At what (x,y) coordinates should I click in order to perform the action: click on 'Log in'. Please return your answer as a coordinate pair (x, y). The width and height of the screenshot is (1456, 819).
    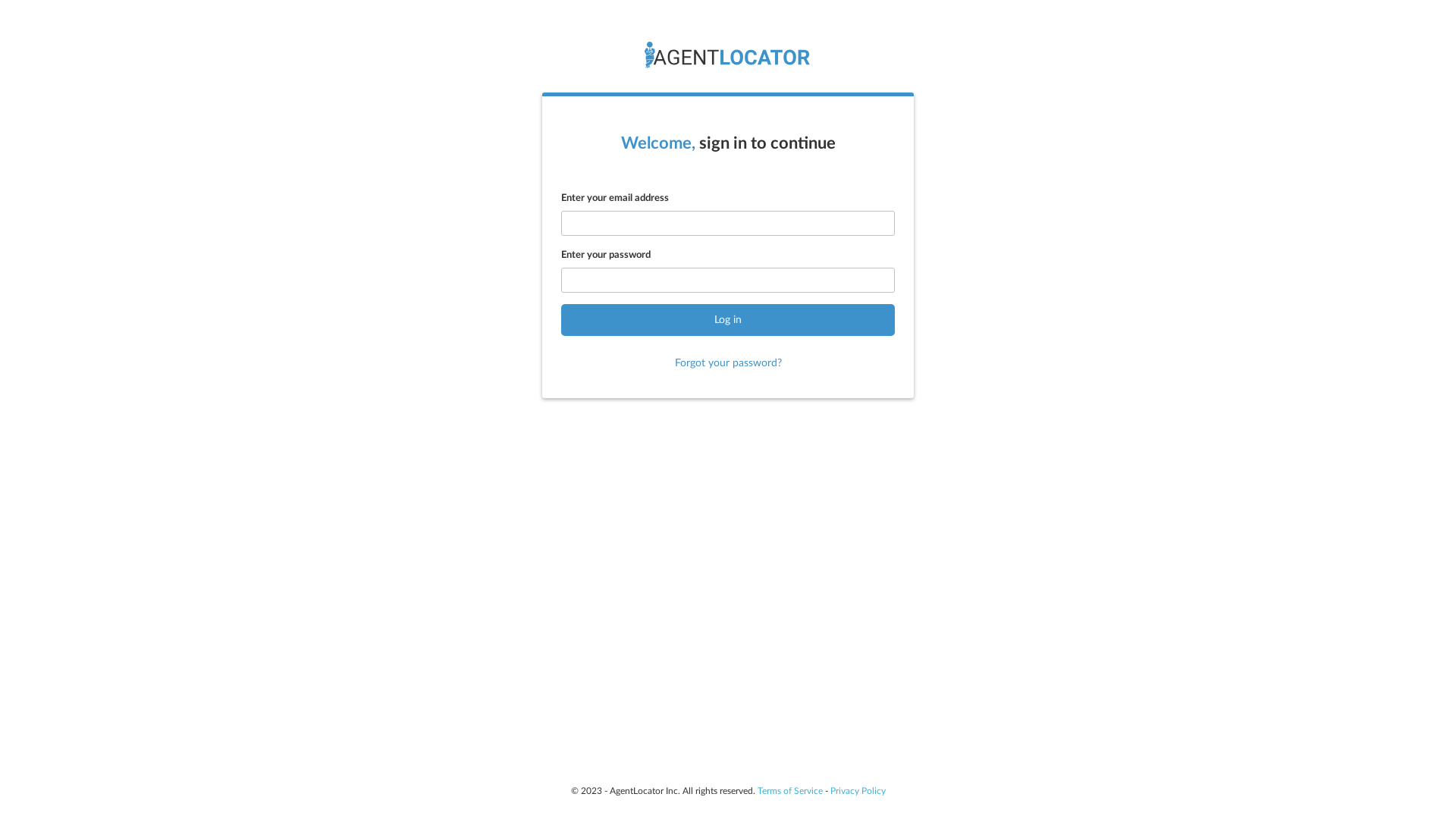
    Looking at the image, I should click on (728, 318).